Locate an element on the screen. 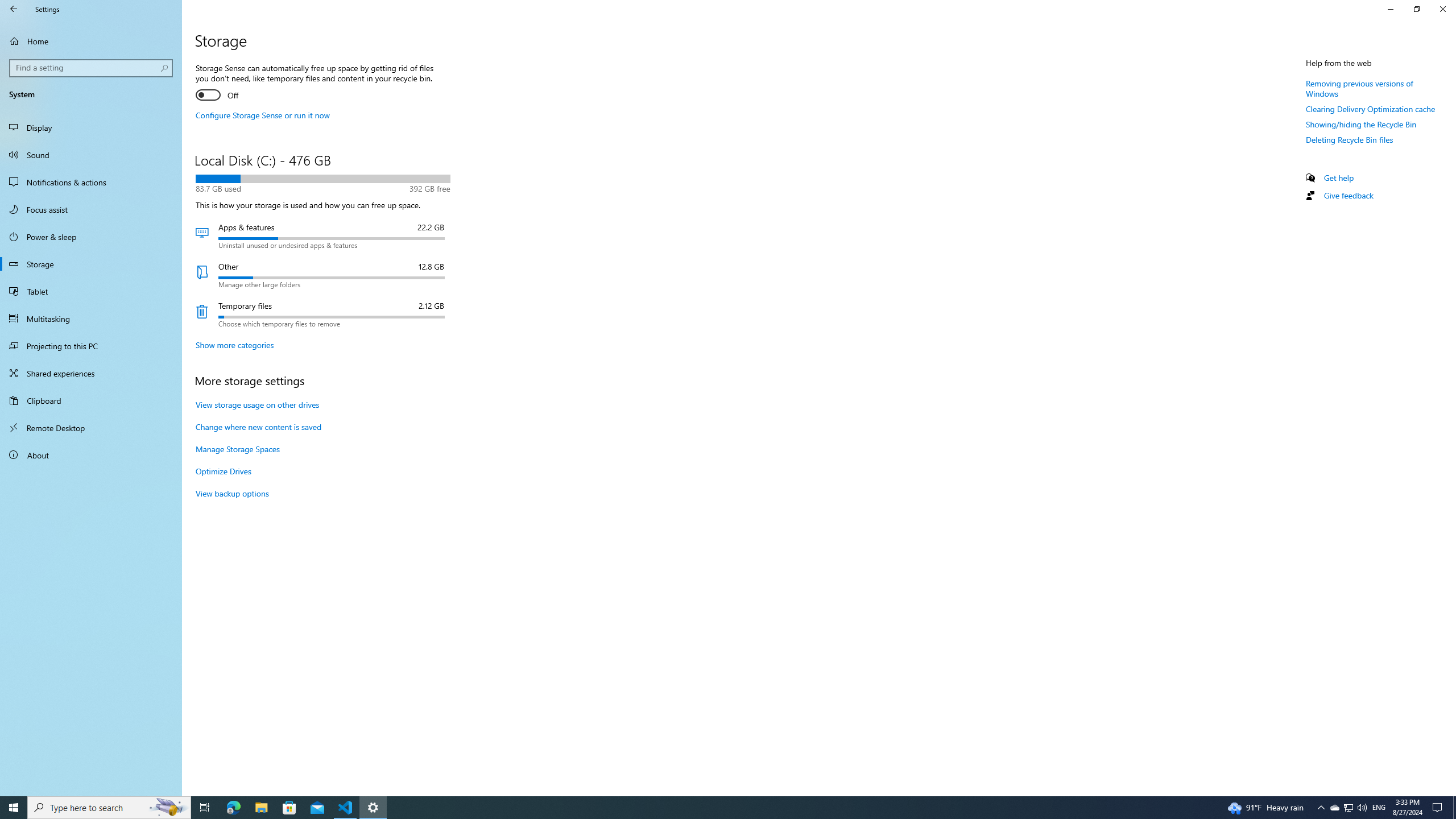 Image resolution: width=1456 pixels, height=819 pixels. 'Removing previous versions of Windows' is located at coordinates (1359, 87).